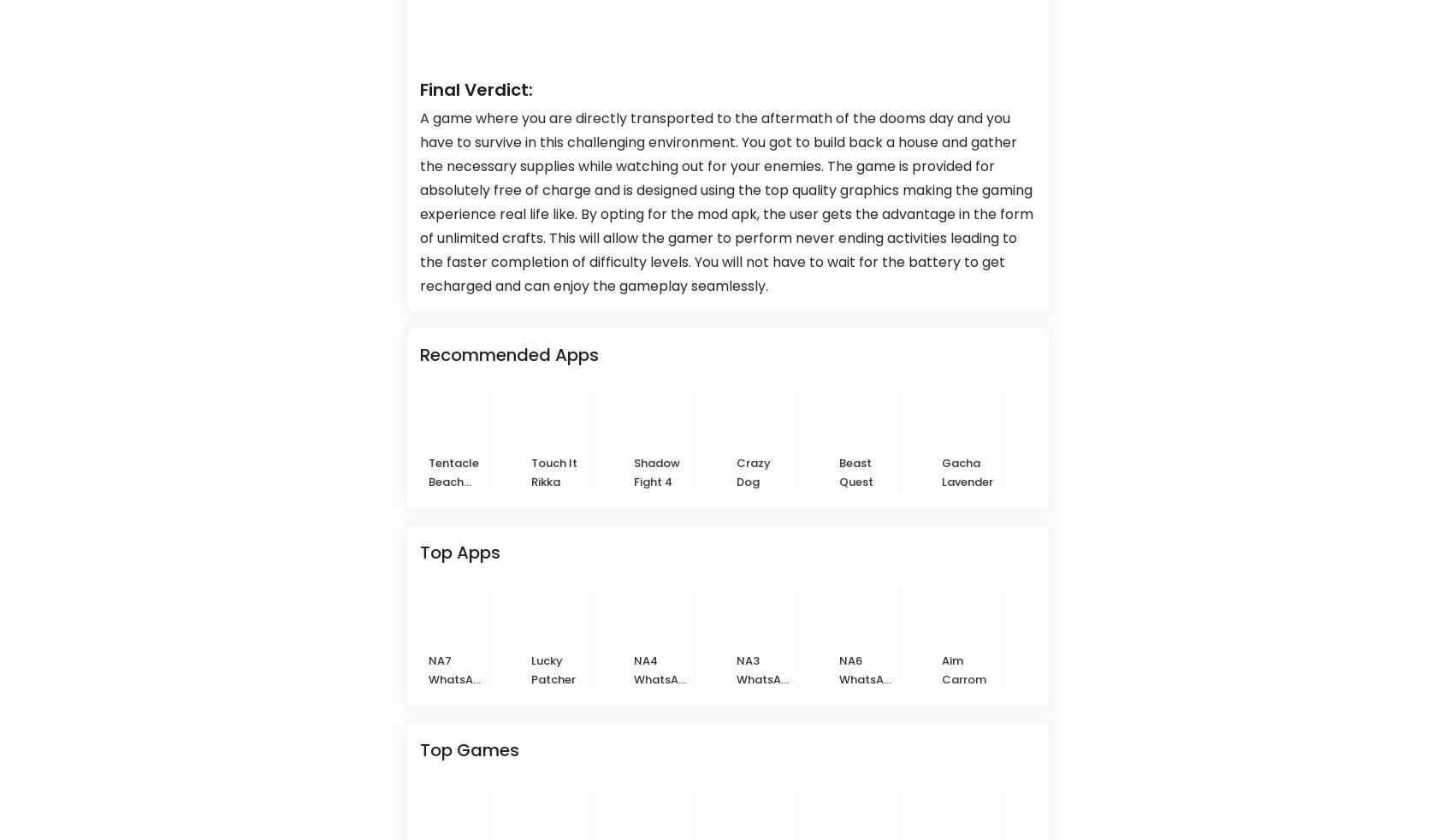 Image resolution: width=1456 pixels, height=840 pixels. Describe the element at coordinates (428, 480) in the screenshot. I see `'Tentacle Beach Party'` at that location.